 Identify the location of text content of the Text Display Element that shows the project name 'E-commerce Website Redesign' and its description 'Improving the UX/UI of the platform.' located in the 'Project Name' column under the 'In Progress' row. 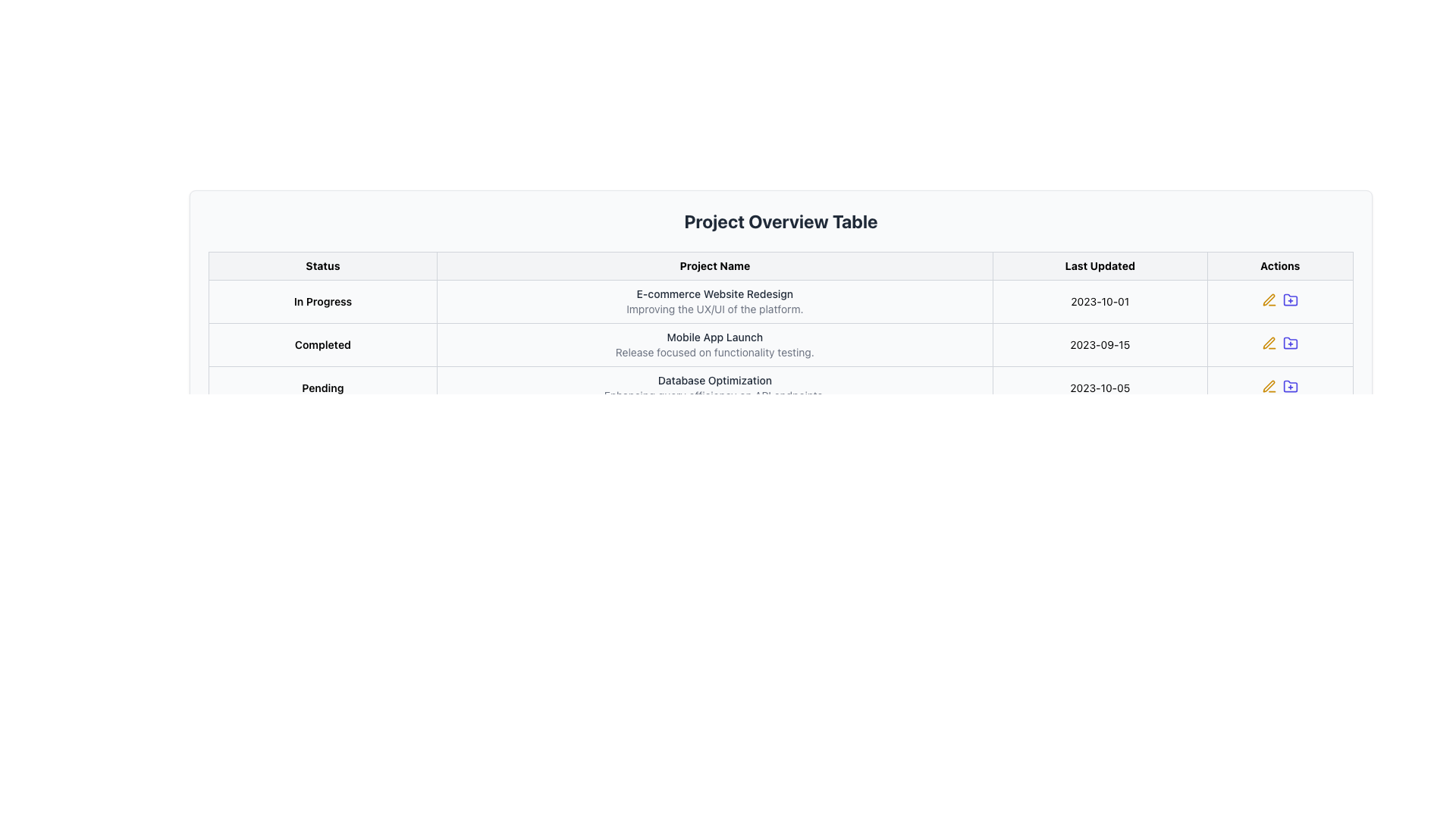
(714, 301).